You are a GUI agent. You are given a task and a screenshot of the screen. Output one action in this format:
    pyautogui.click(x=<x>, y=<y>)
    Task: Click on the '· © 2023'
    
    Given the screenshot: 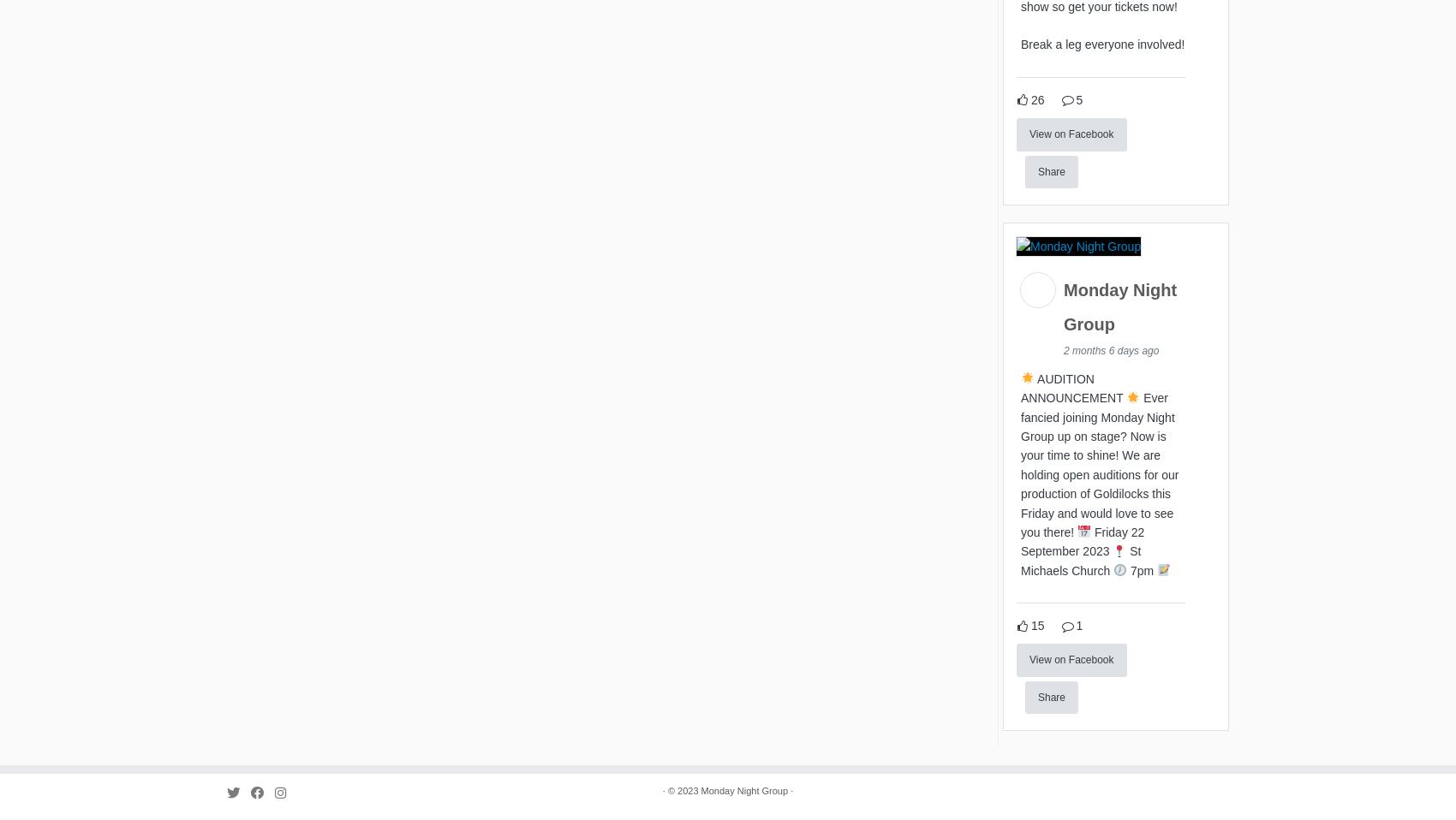 What is the action you would take?
    pyautogui.click(x=680, y=794)
    